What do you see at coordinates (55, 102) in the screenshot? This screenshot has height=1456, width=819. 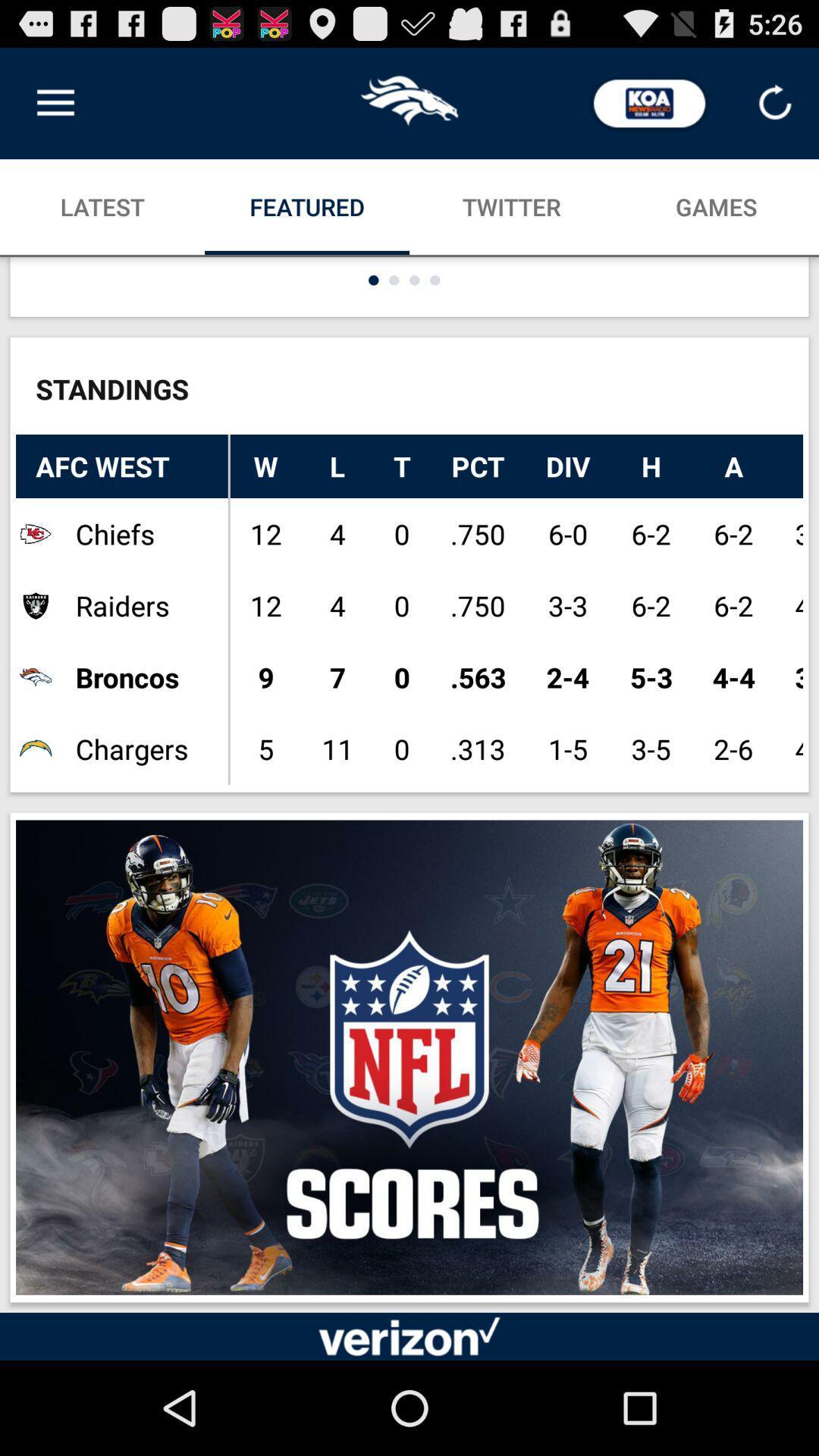 I see `the icon above the latest icon` at bounding box center [55, 102].